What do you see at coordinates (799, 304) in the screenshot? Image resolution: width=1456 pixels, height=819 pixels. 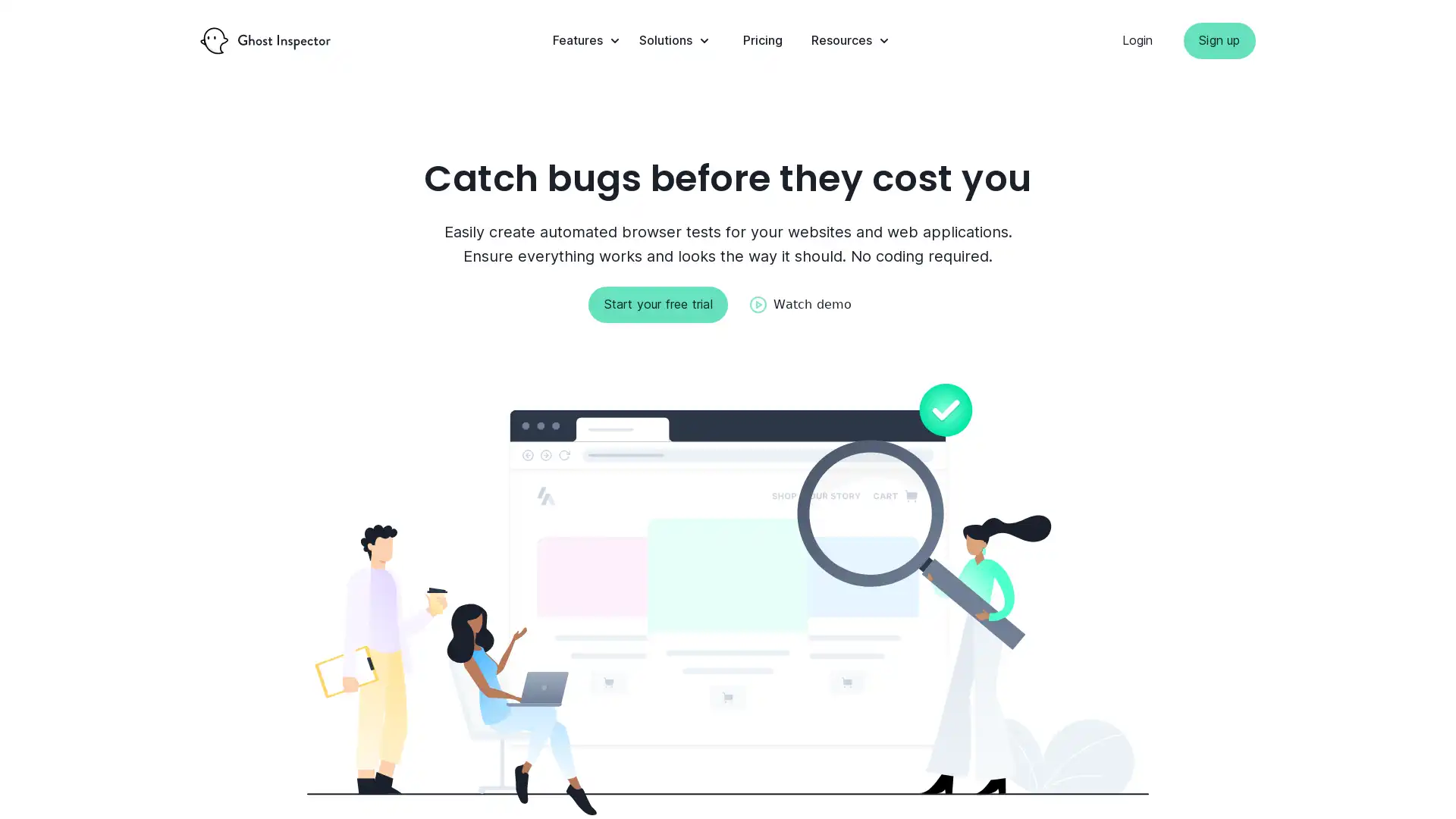 I see `Watch demo` at bounding box center [799, 304].